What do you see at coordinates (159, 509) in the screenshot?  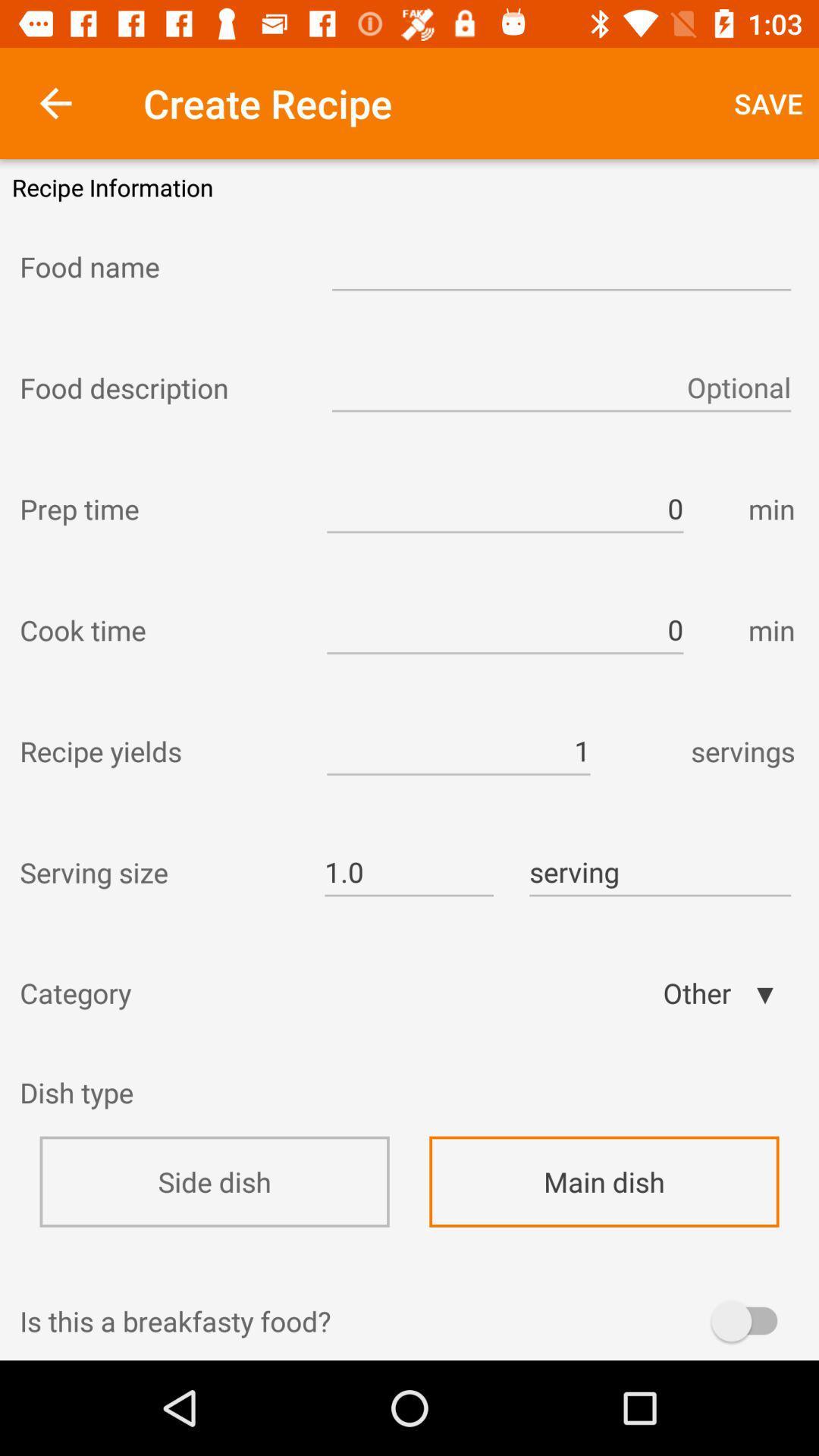 I see `the prep time item` at bounding box center [159, 509].